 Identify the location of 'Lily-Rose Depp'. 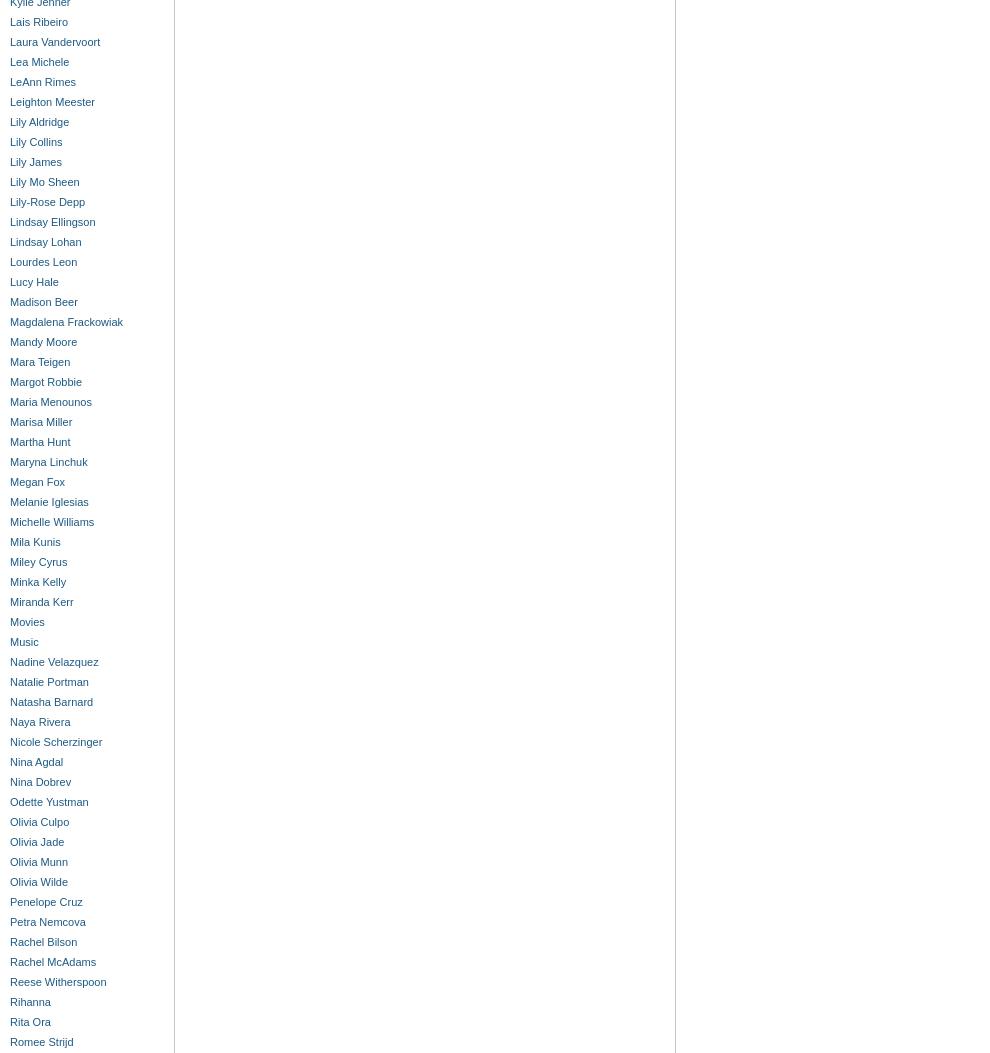
(46, 201).